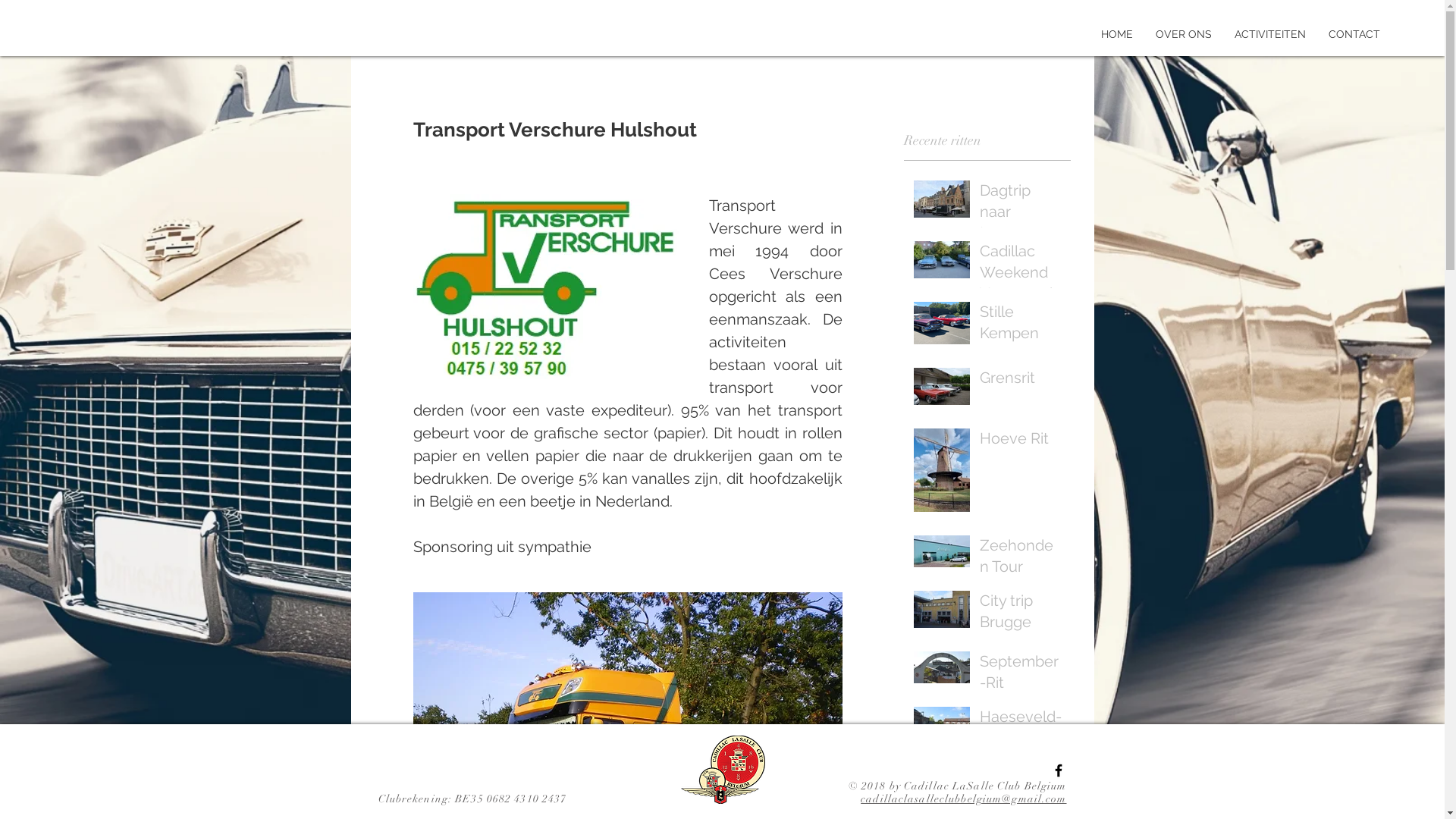  What do you see at coordinates (1117, 34) in the screenshot?
I see `'HOME'` at bounding box center [1117, 34].